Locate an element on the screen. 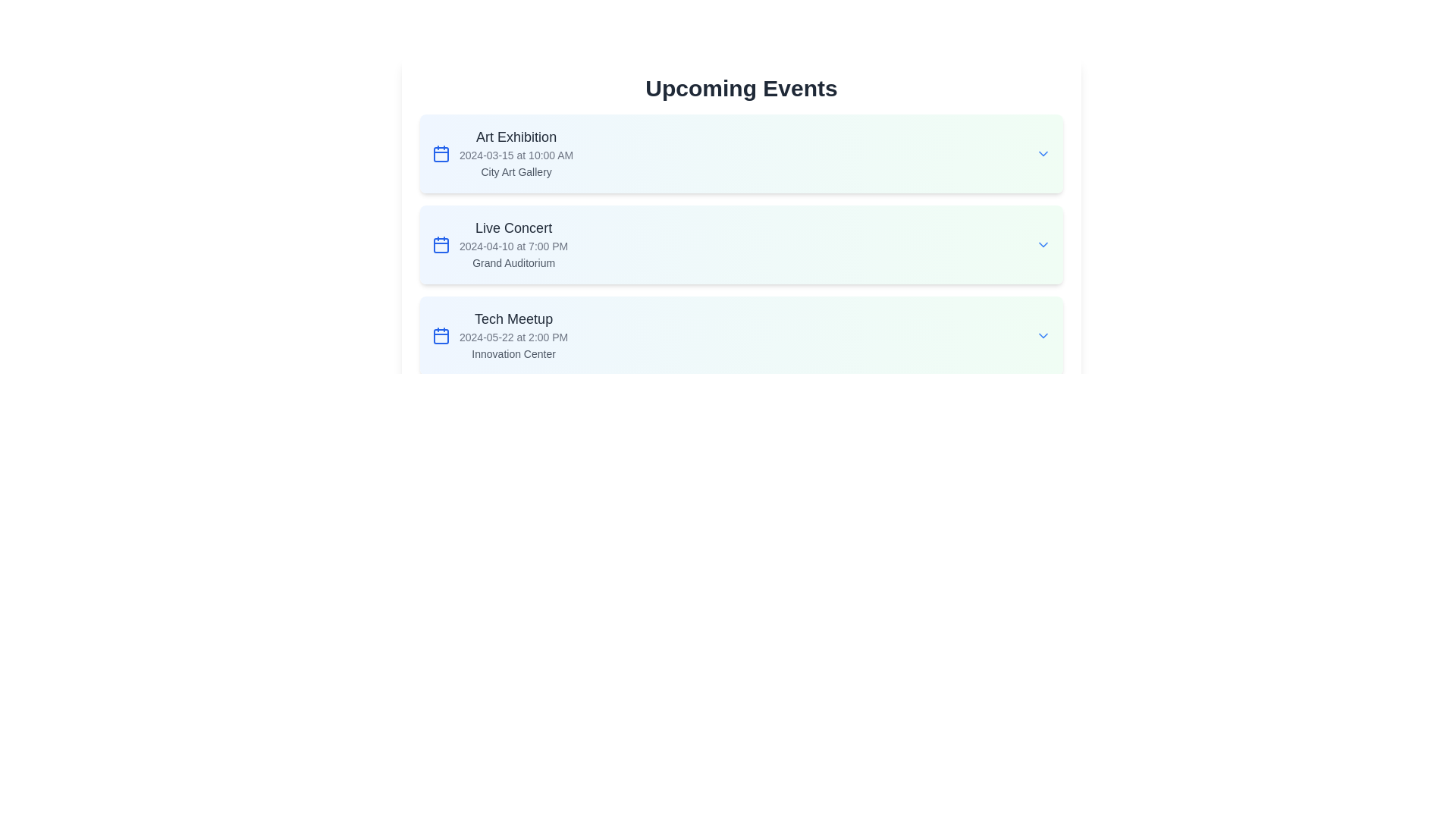  the date-related icon located inside the 'Live Concert' block, next to '2024-04-10 at 7:00 PM' is located at coordinates (440, 244).